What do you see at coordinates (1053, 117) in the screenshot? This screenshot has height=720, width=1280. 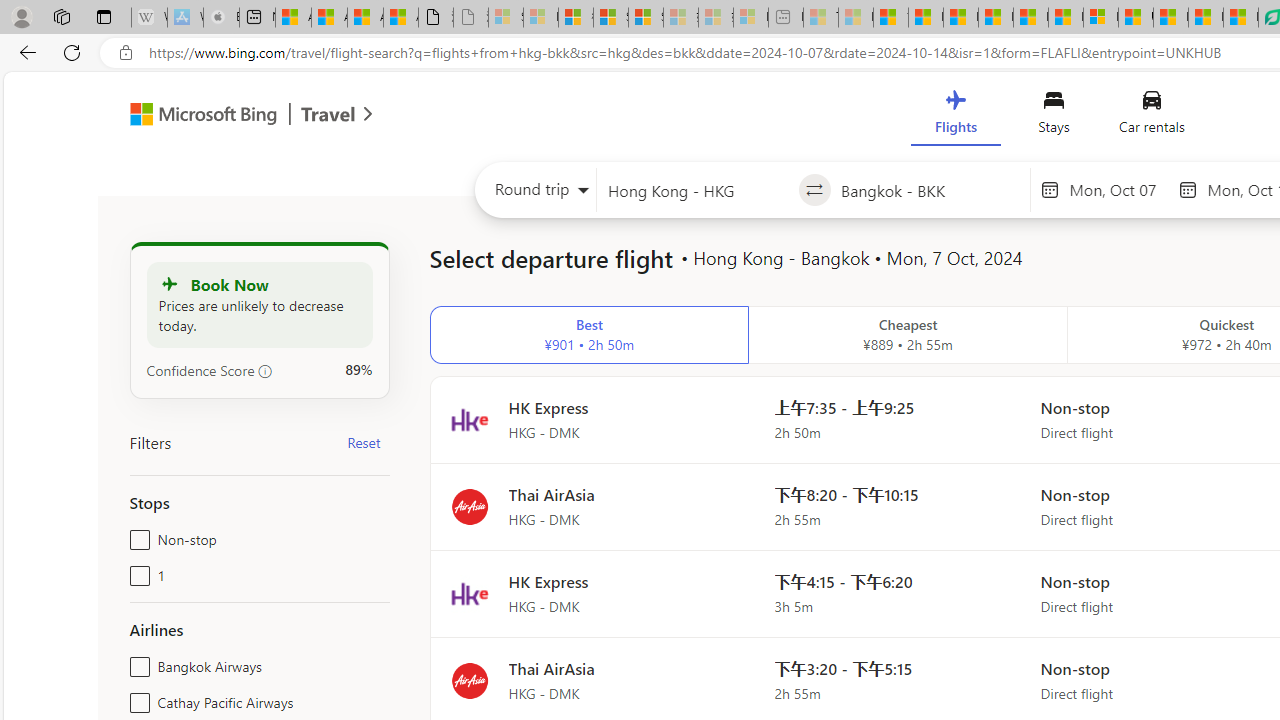 I see `'Stays'` at bounding box center [1053, 117].